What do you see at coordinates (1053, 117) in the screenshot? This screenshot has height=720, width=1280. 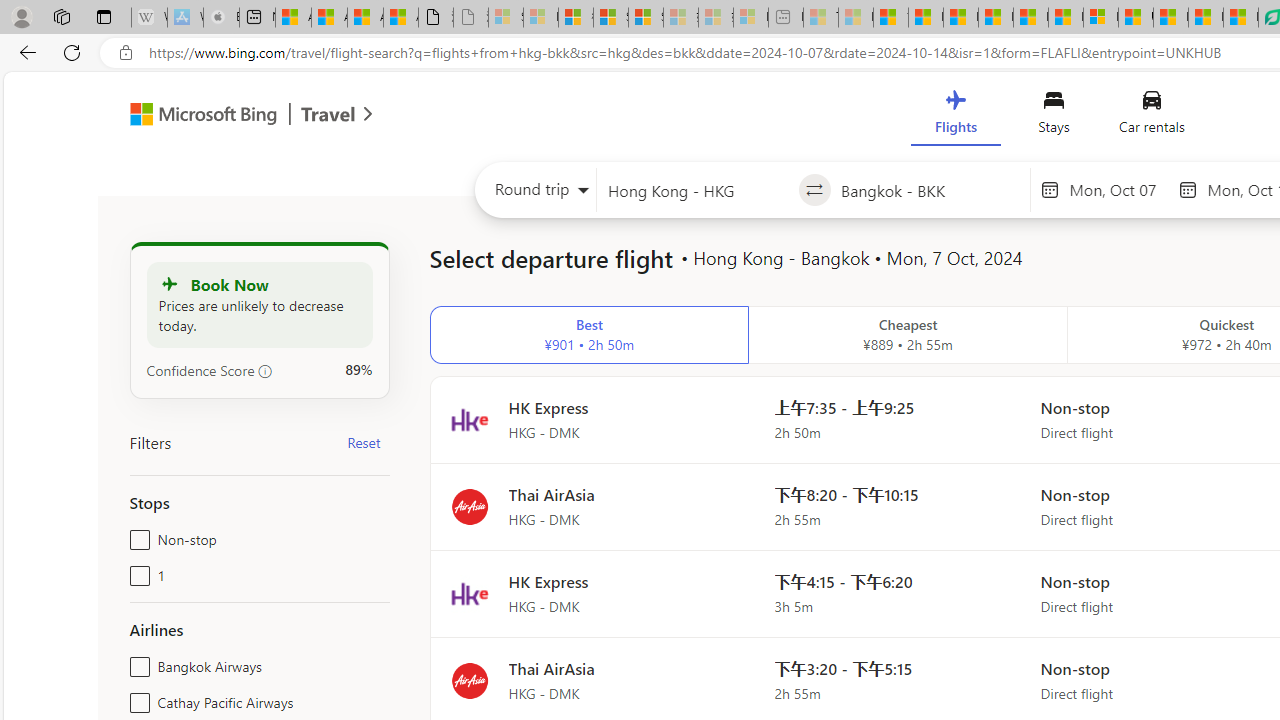 I see `'Stays'` at bounding box center [1053, 117].